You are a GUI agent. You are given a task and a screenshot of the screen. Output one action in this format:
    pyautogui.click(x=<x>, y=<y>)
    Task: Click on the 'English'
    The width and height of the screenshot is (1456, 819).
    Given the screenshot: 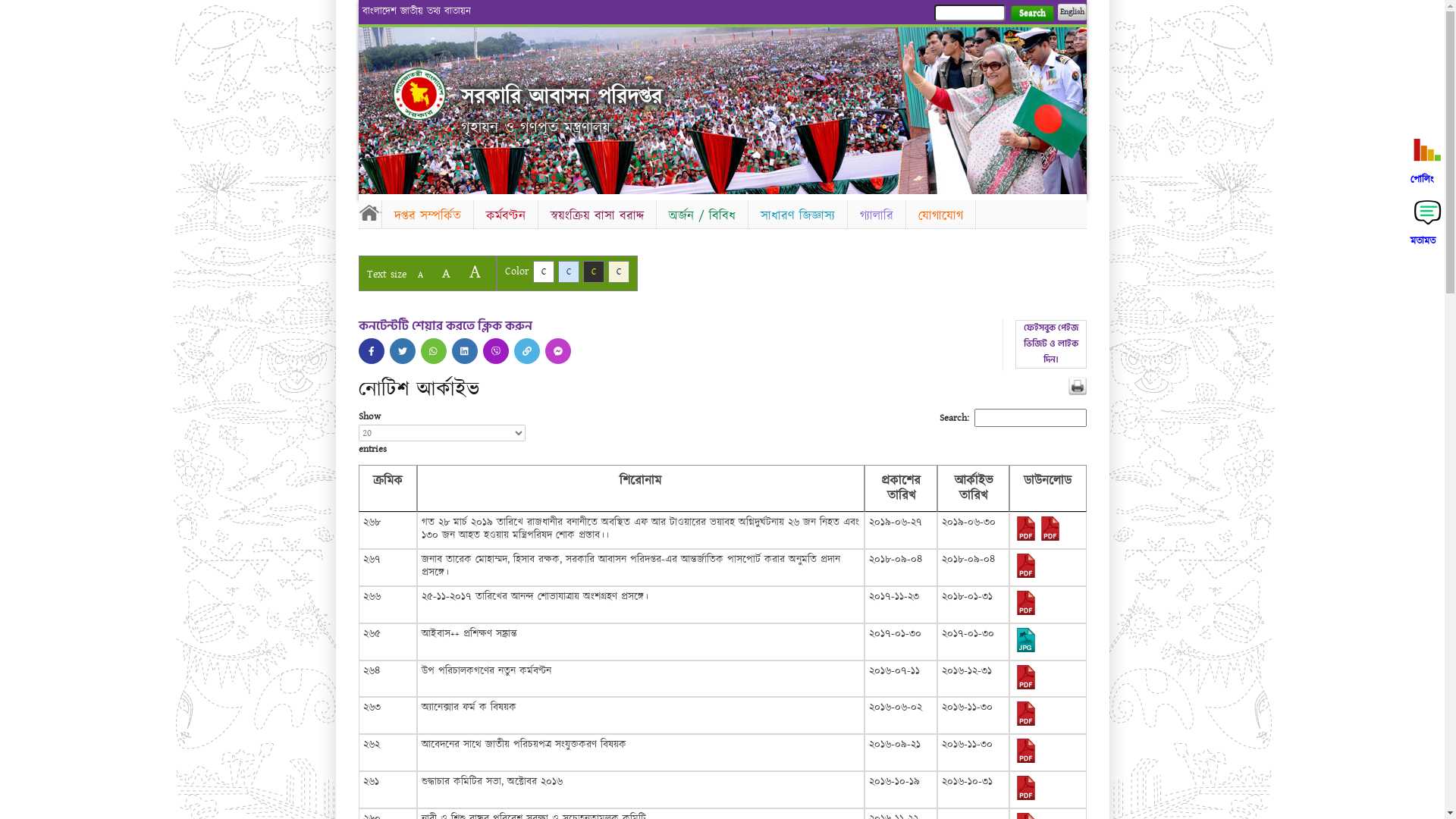 What is the action you would take?
    pyautogui.click(x=1070, y=11)
    